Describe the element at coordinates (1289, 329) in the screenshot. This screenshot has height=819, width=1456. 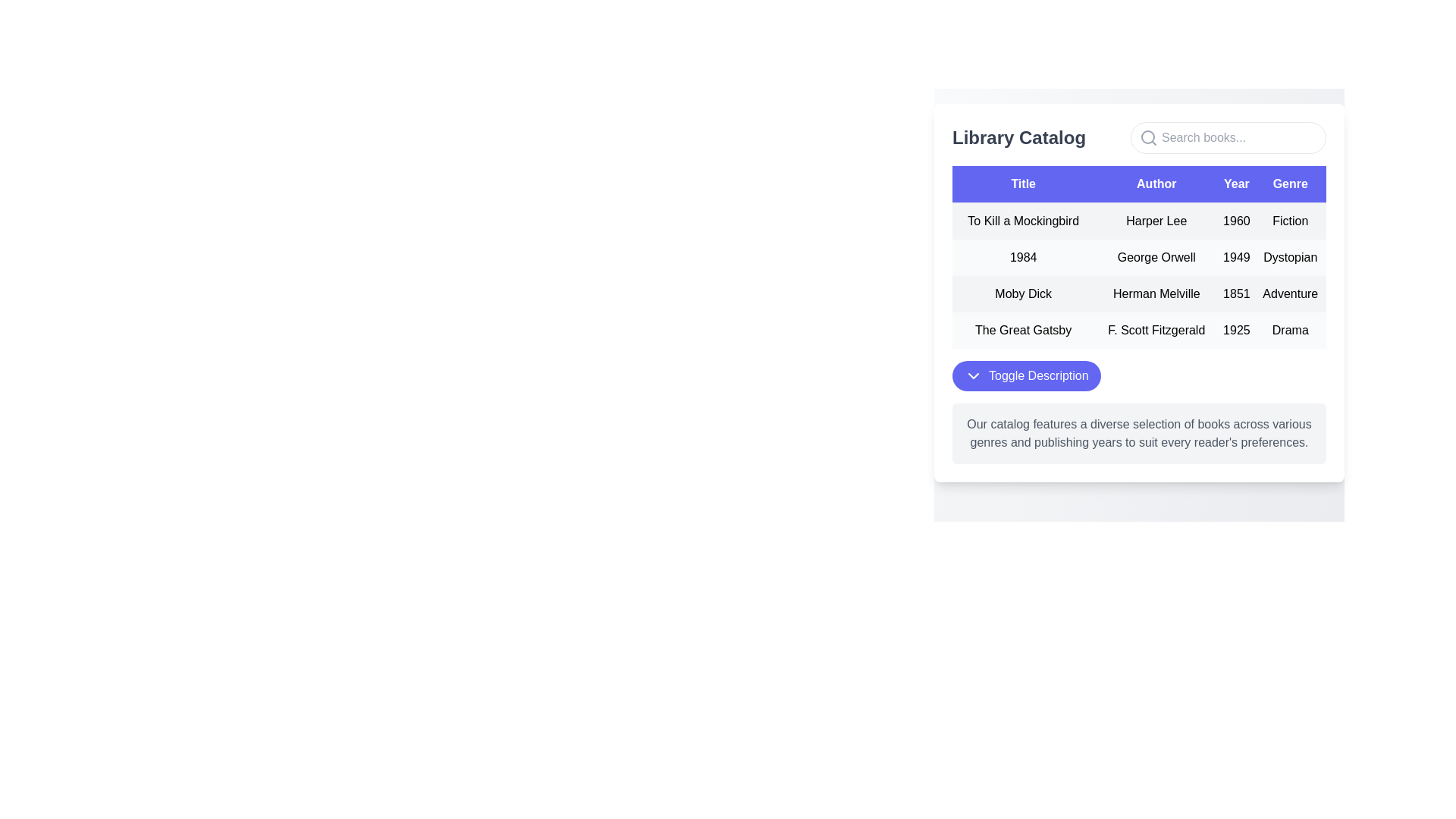
I see `the 'Drama' text label in the fourth row of the table, which is aligned with 'The Great Gatsby', 'F. Scott Fitzgerald', and '1925'` at that location.